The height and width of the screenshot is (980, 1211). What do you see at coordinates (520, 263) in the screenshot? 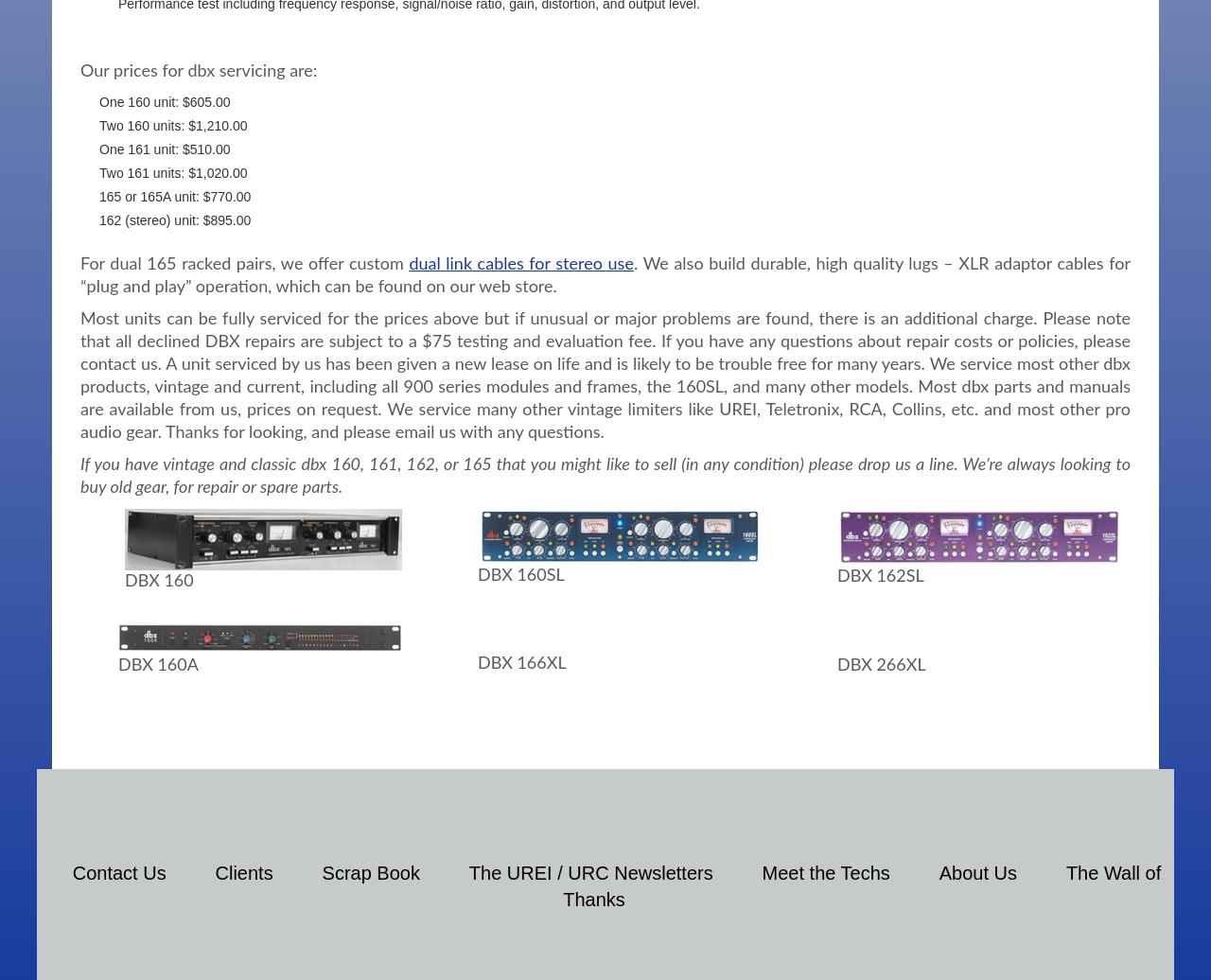
I see `'dual link cables for stereo use'` at bounding box center [520, 263].